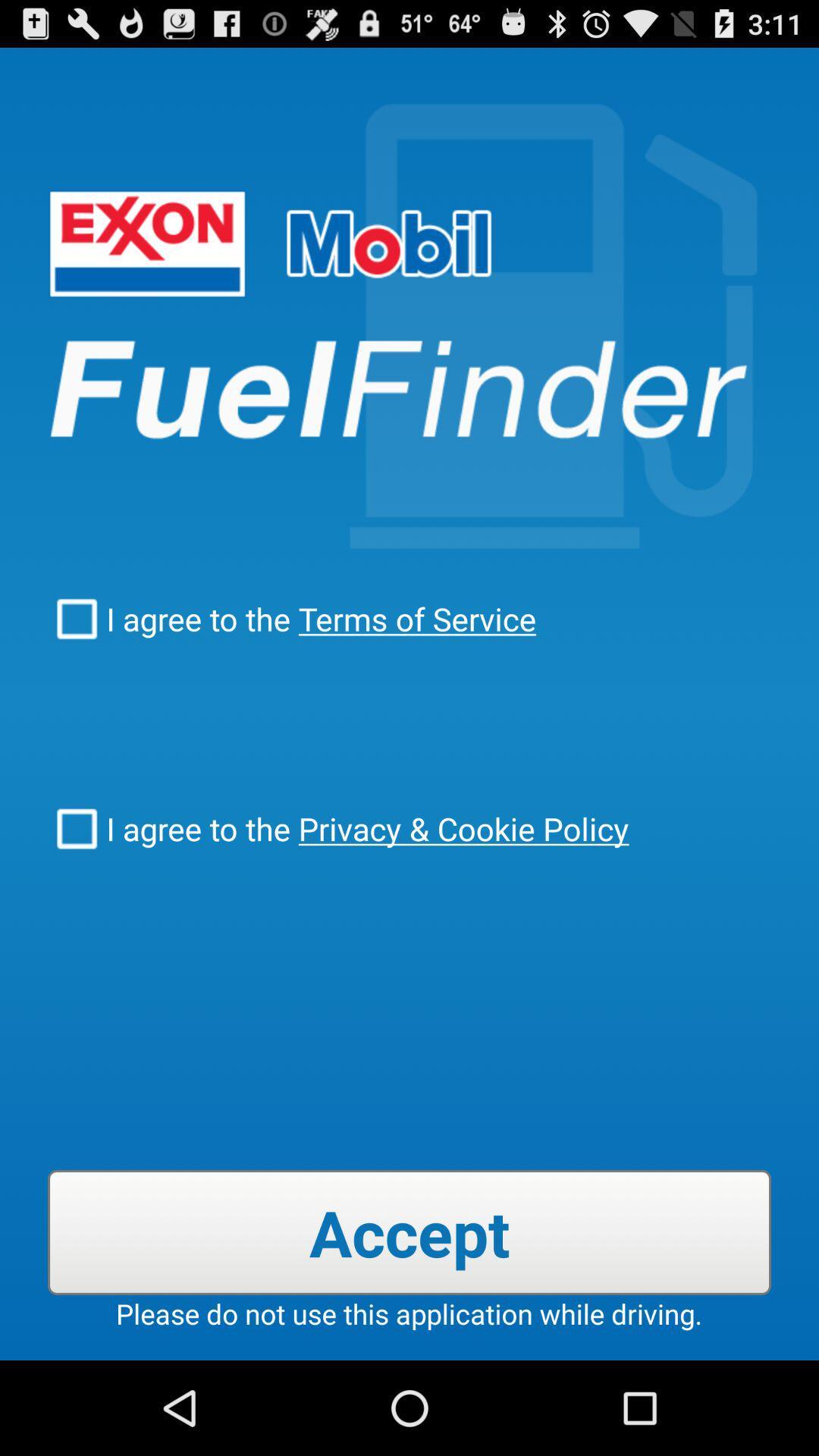 The height and width of the screenshot is (1456, 819). I want to click on icon above accept button, so click(459, 827).